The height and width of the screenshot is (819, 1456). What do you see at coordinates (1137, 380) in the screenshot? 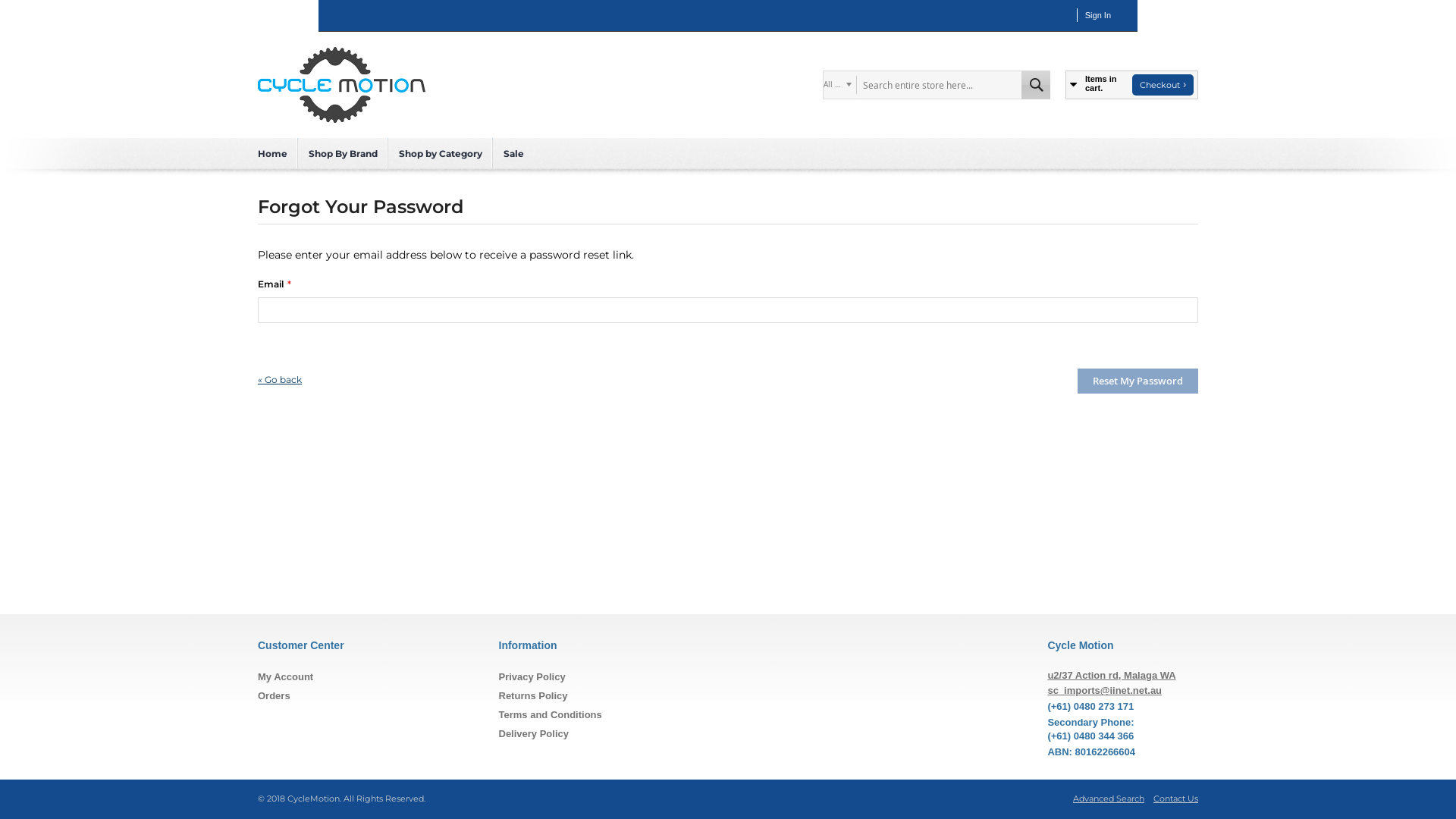
I see `'Reset My Password'` at bounding box center [1137, 380].